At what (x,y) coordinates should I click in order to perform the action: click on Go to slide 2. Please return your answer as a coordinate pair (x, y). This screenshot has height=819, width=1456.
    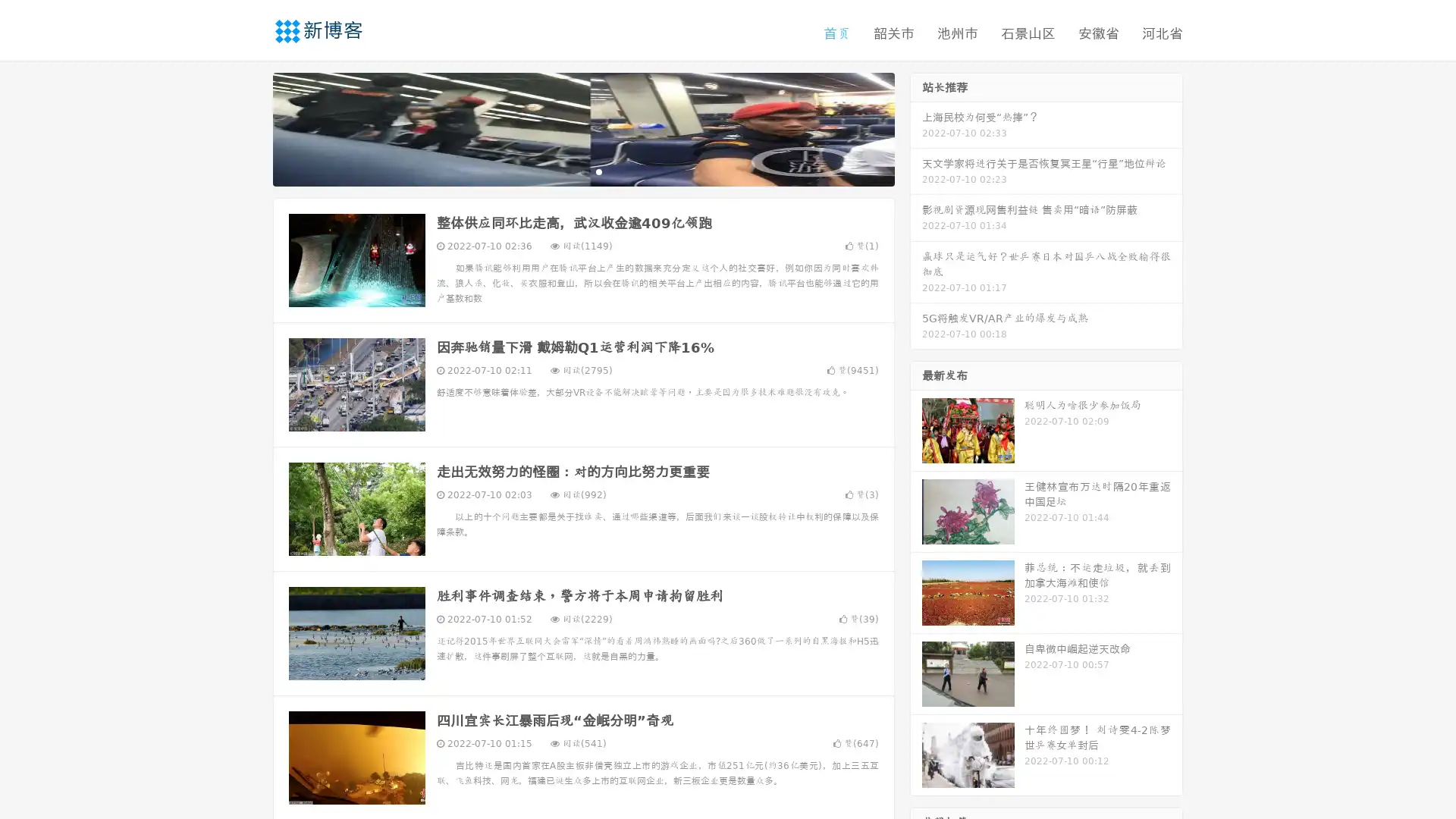
    Looking at the image, I should click on (582, 171).